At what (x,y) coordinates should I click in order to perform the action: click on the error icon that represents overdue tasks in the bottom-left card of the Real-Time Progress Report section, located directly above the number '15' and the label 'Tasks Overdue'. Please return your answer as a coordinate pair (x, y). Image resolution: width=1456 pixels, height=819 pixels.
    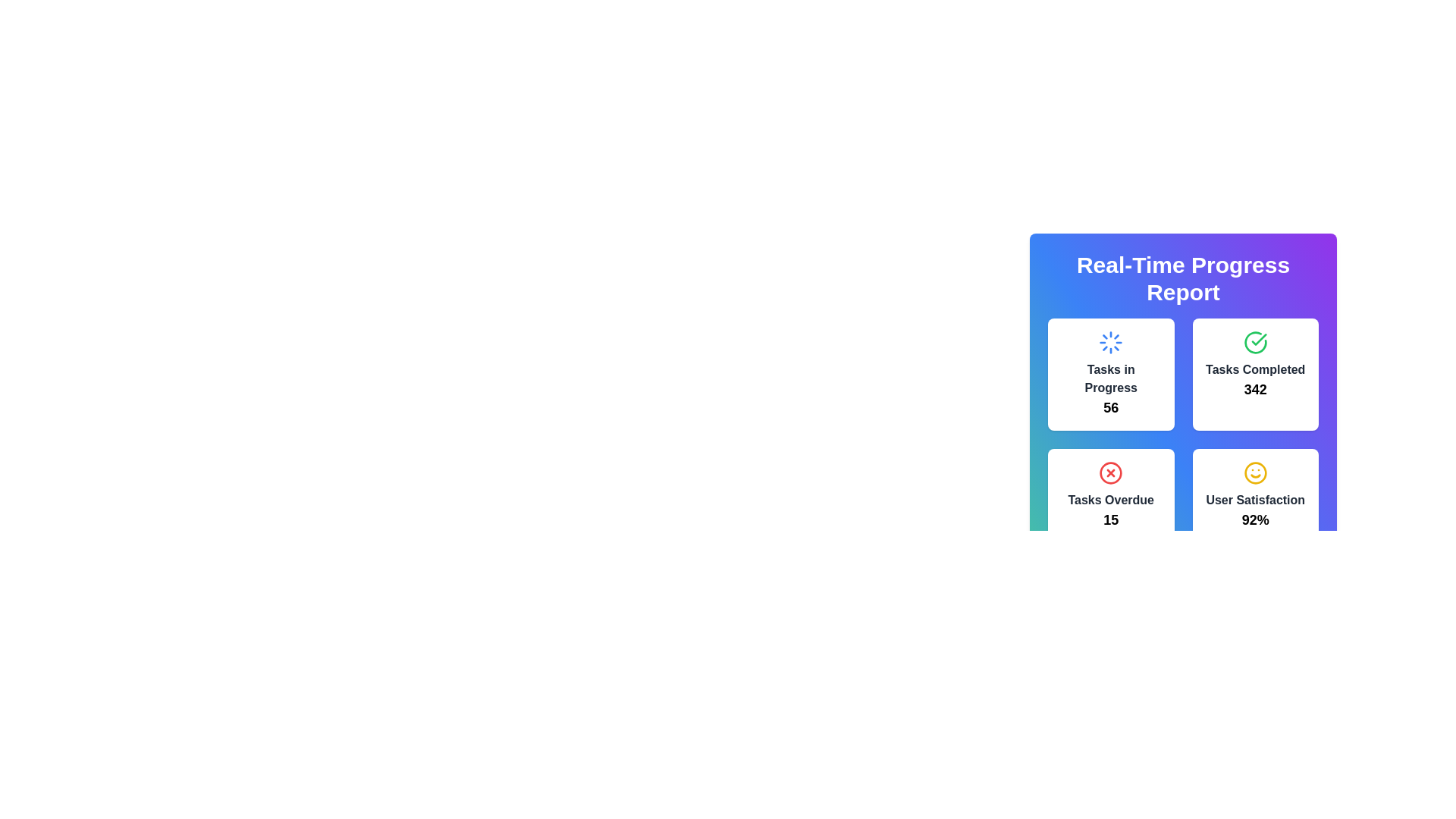
    Looking at the image, I should click on (1111, 472).